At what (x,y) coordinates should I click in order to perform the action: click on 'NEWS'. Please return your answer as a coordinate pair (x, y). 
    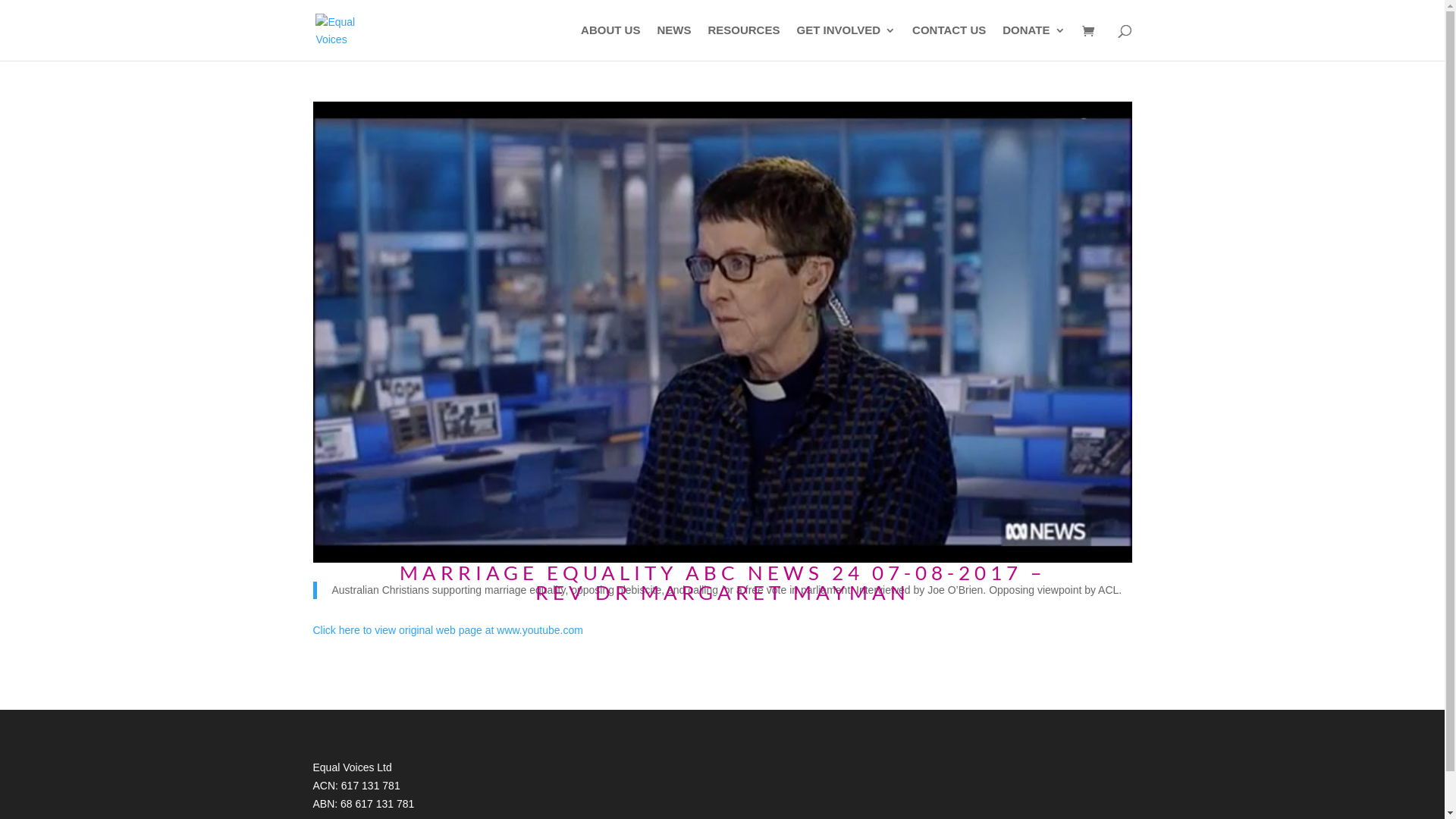
    Looking at the image, I should click on (673, 42).